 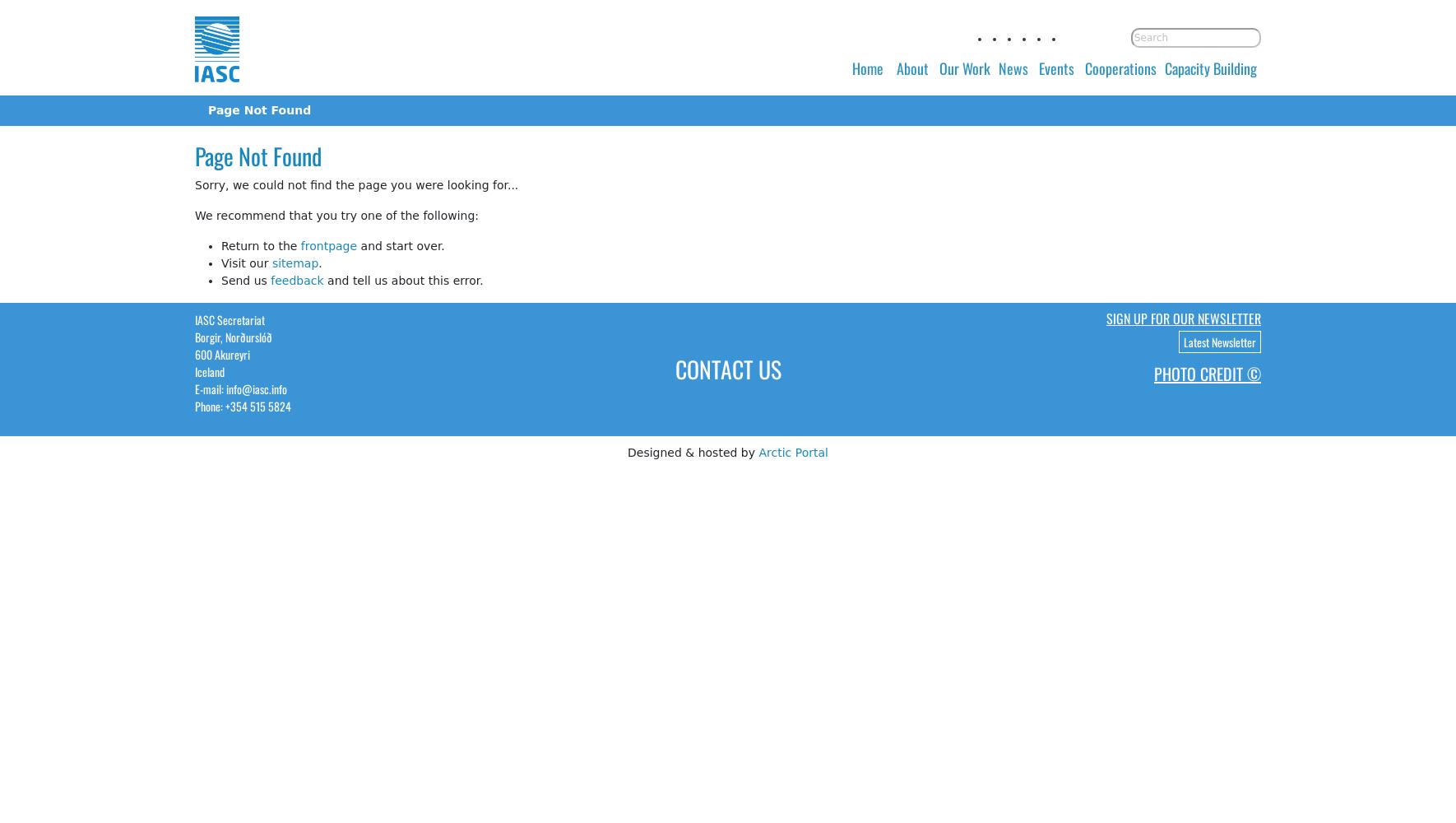 I want to click on 'We recommend that you try one of the following:', so click(x=336, y=215).